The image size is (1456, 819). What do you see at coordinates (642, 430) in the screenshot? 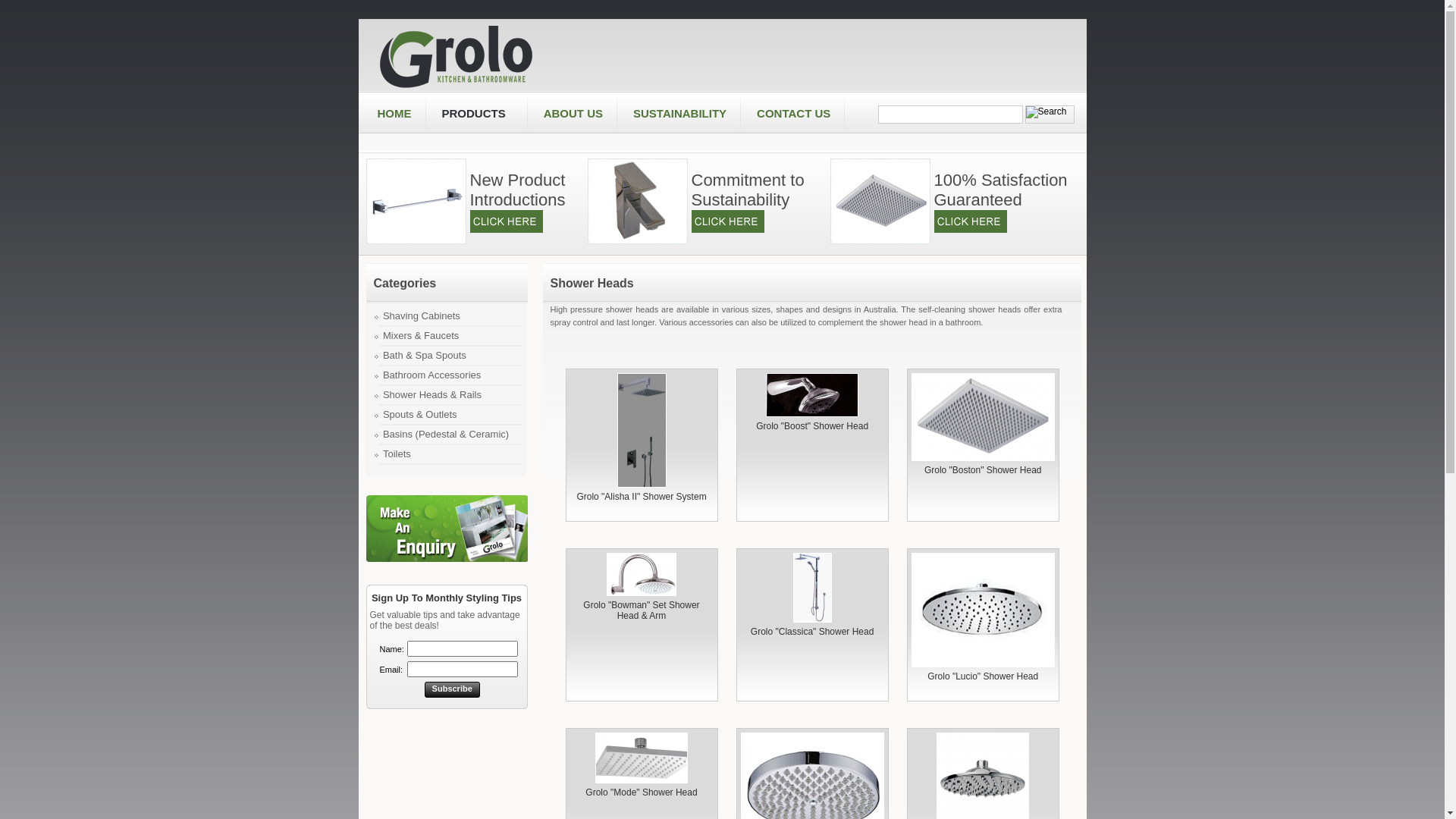
I see `'Grolo "Alisha II" Shower System'` at bounding box center [642, 430].